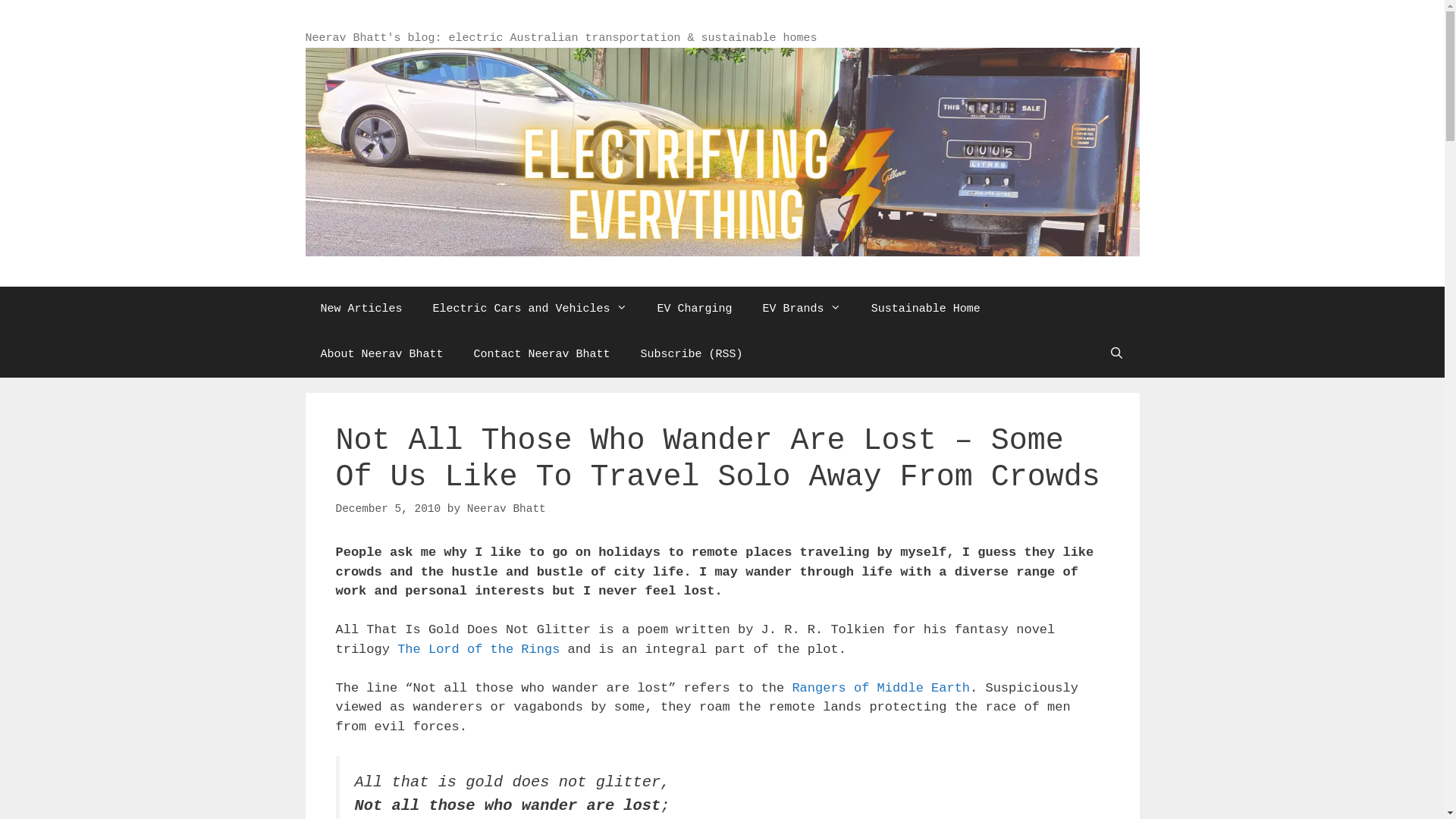 The width and height of the screenshot is (1456, 819). What do you see at coordinates (542, 354) in the screenshot?
I see `'Contact Neerav Bhatt'` at bounding box center [542, 354].